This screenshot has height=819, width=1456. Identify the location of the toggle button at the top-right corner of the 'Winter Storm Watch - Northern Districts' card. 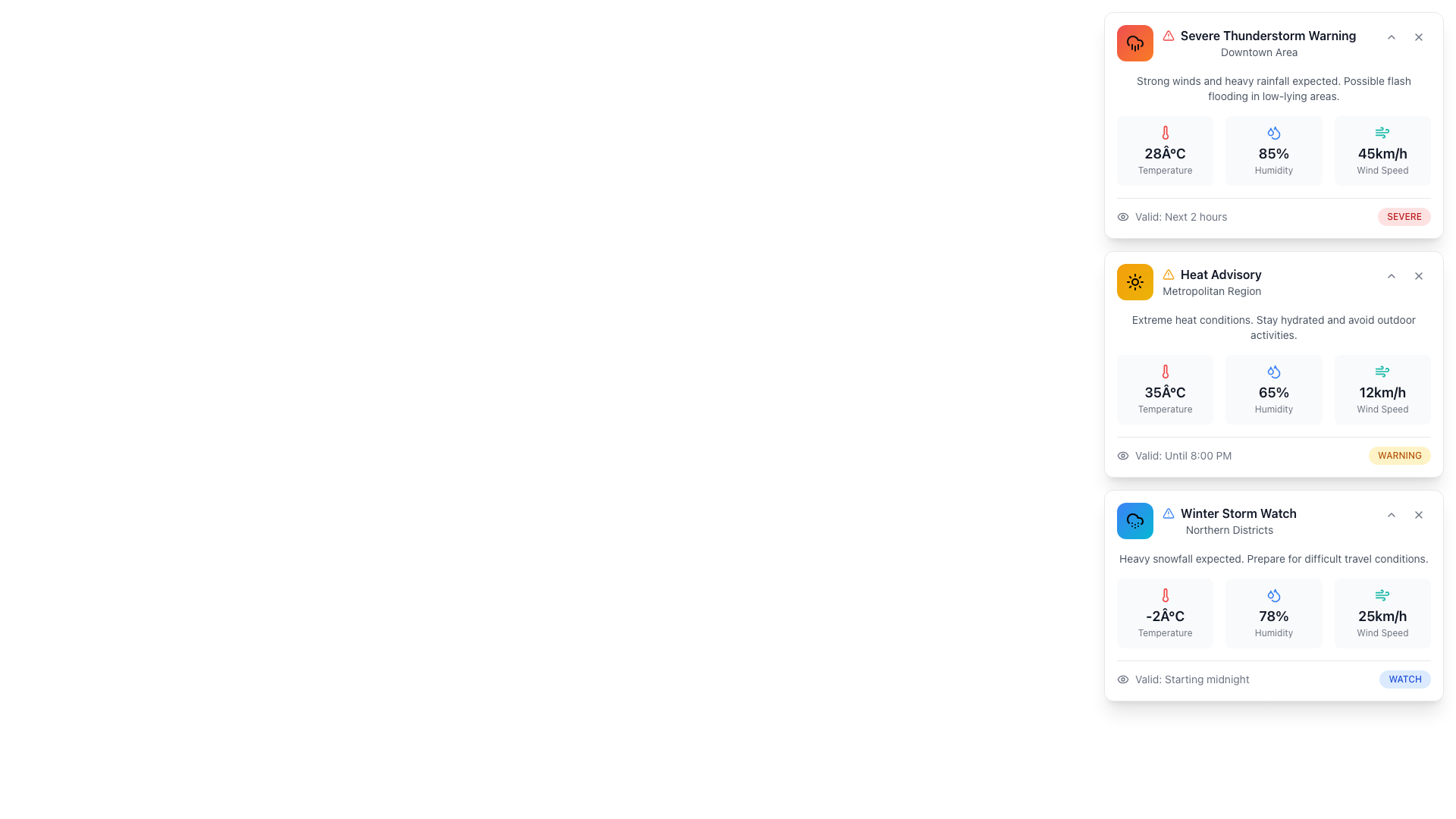
(1391, 513).